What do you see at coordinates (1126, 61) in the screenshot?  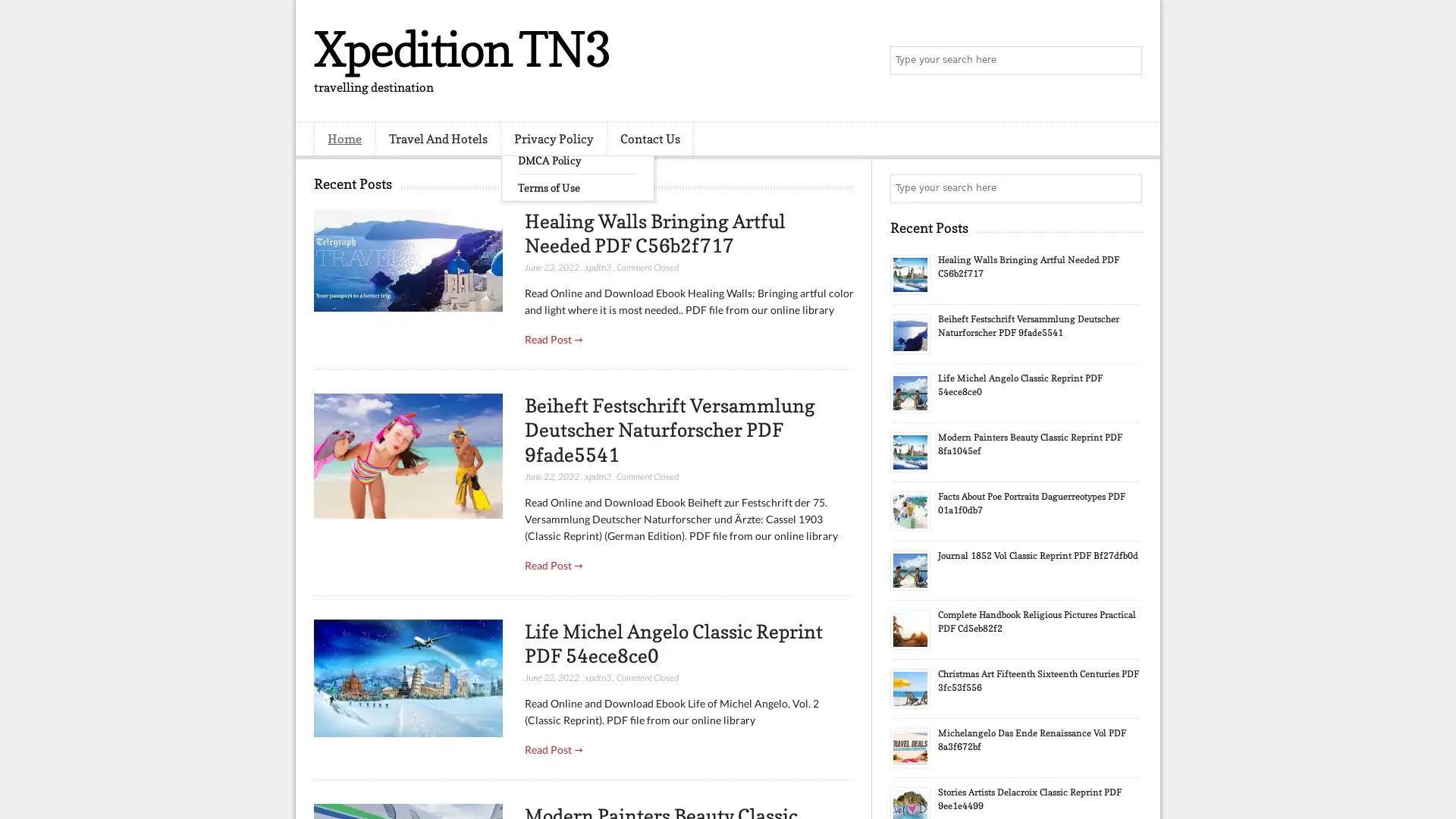 I see `Search` at bounding box center [1126, 61].